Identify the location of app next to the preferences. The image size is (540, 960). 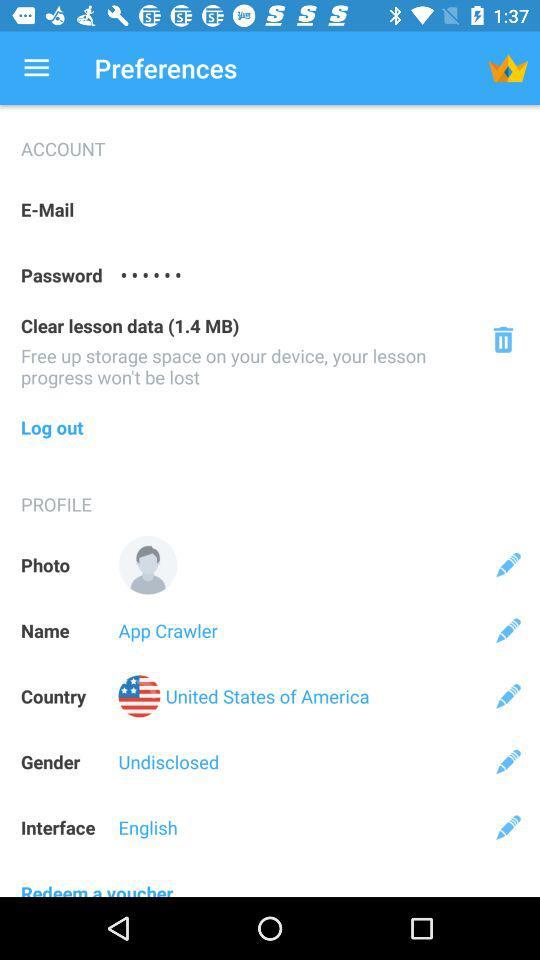
(36, 68).